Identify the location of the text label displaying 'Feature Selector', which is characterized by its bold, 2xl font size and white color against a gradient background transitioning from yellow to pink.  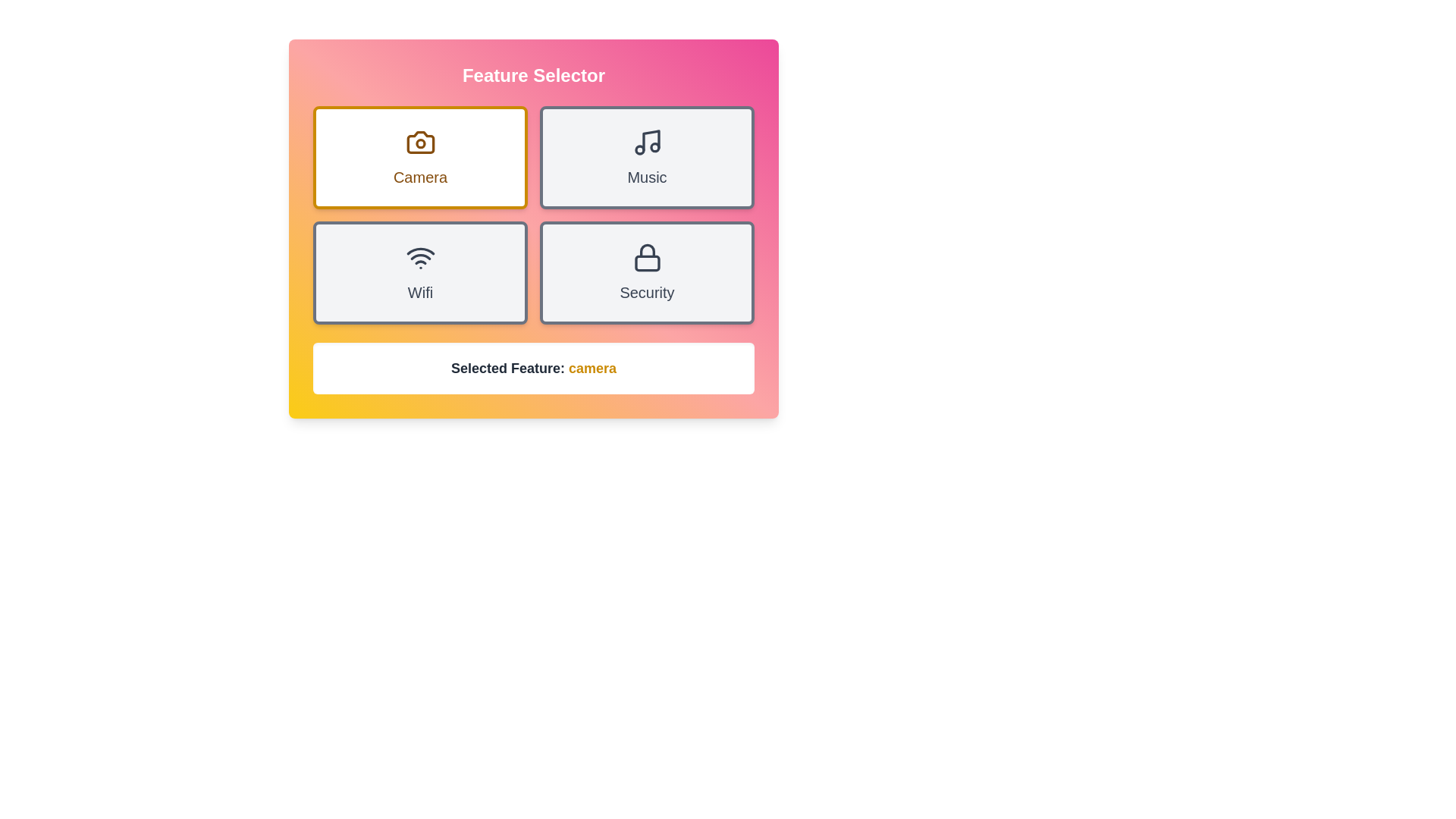
(534, 76).